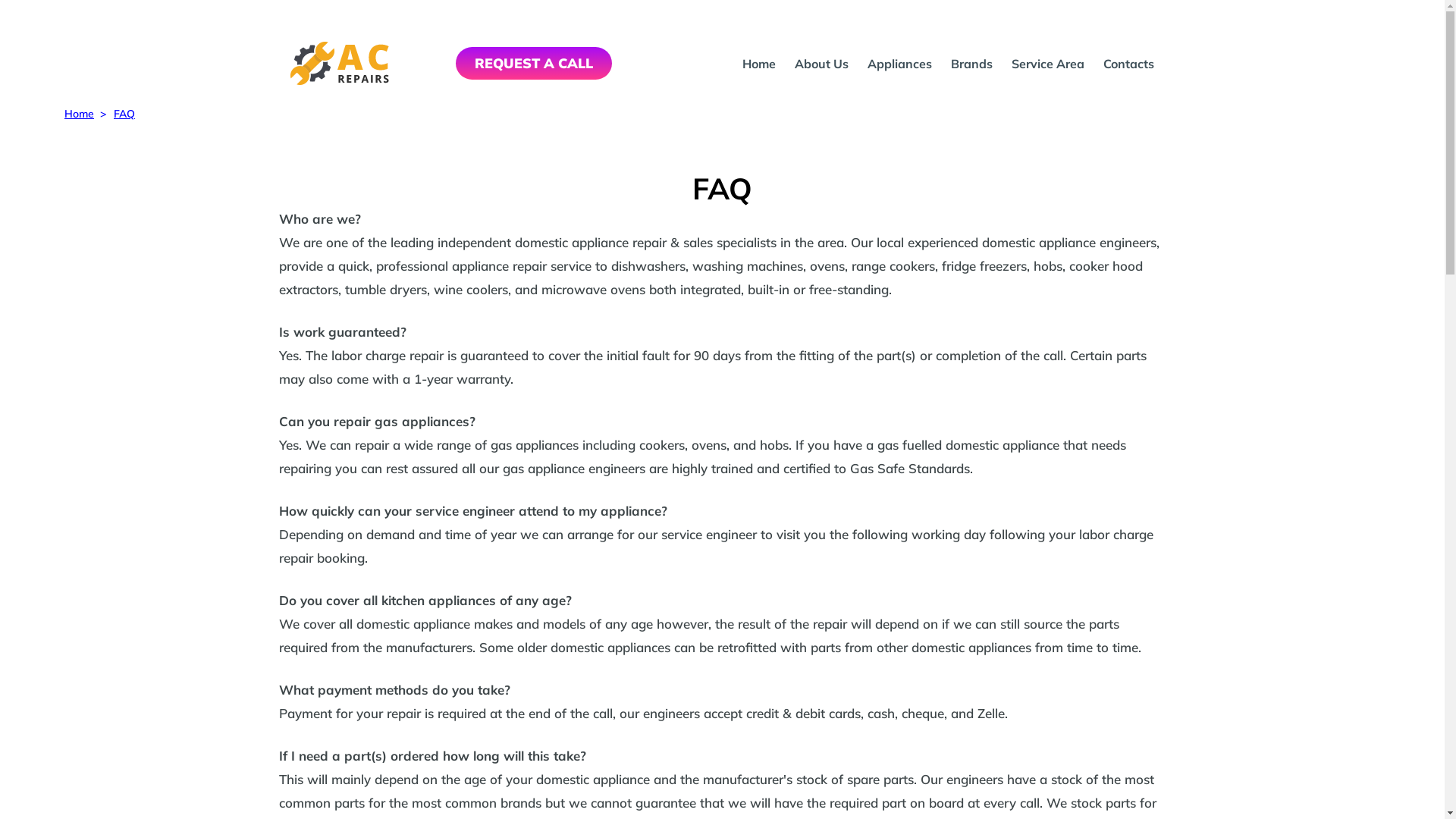 This screenshot has width=1456, height=819. I want to click on 'Appliances', so click(867, 63).